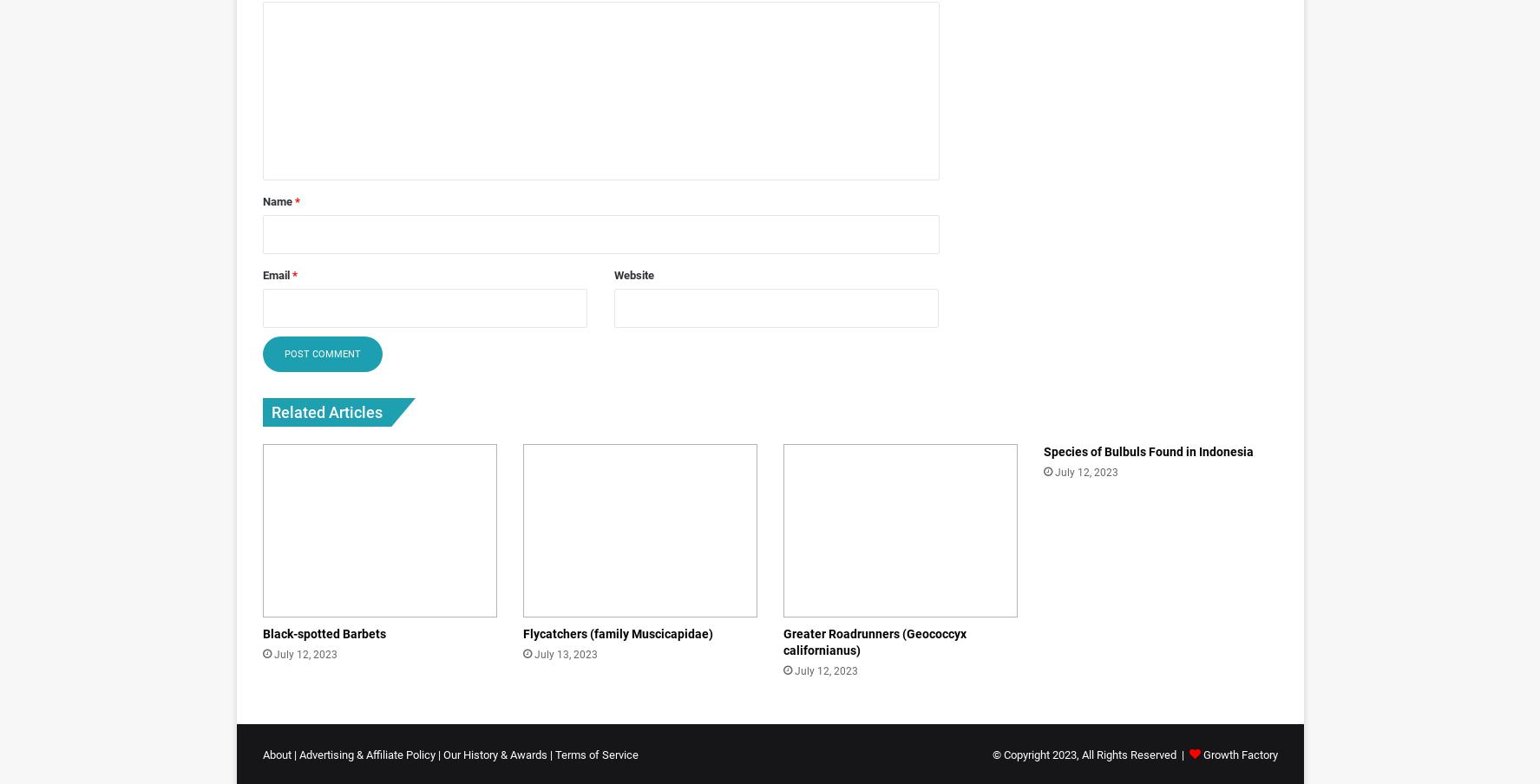 The height and width of the screenshot is (784, 1540). What do you see at coordinates (324, 410) in the screenshot?
I see `'Related Articles'` at bounding box center [324, 410].